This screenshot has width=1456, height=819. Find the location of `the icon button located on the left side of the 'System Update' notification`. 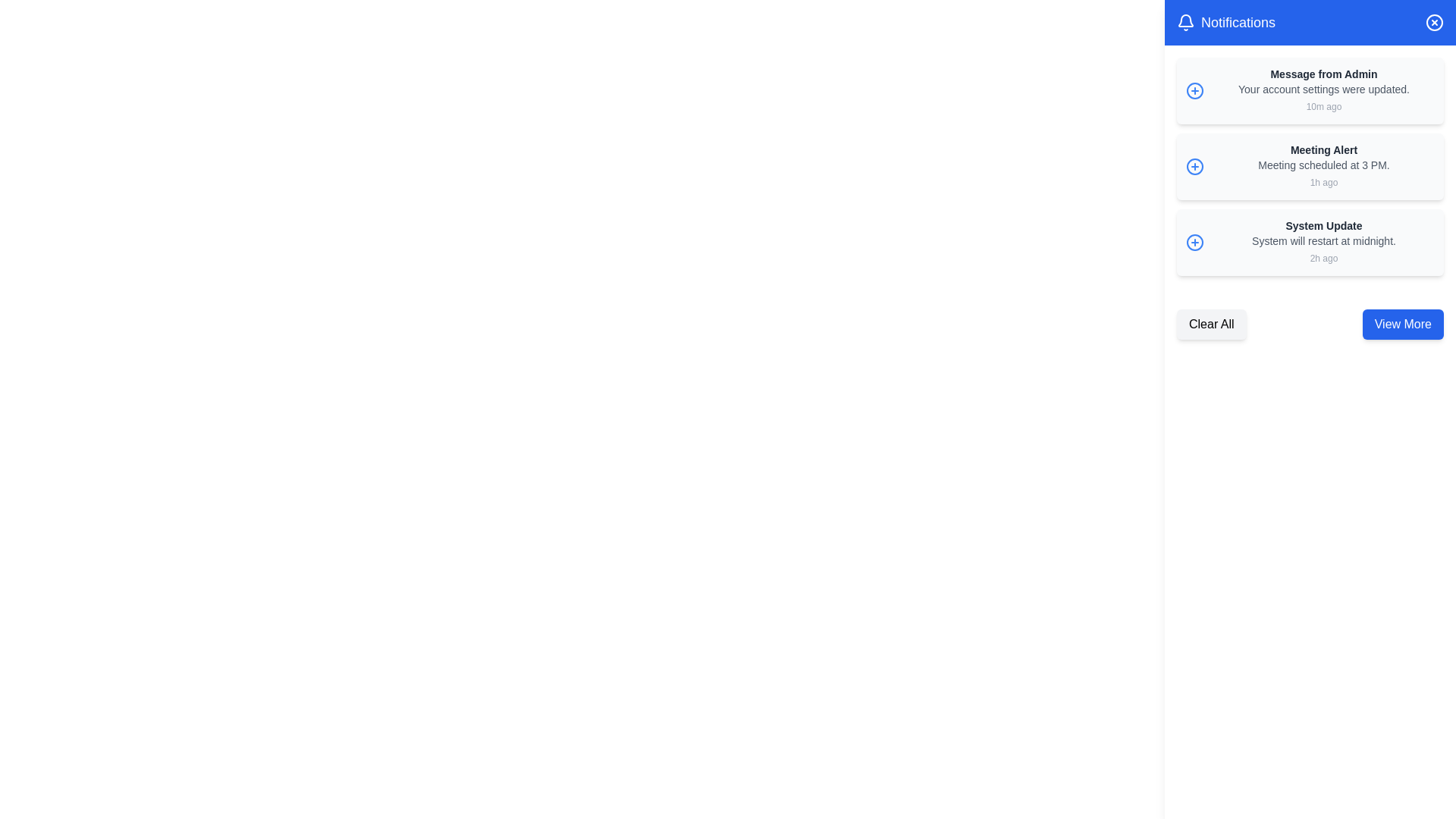

the icon button located on the left side of the 'System Update' notification is located at coordinates (1194, 242).